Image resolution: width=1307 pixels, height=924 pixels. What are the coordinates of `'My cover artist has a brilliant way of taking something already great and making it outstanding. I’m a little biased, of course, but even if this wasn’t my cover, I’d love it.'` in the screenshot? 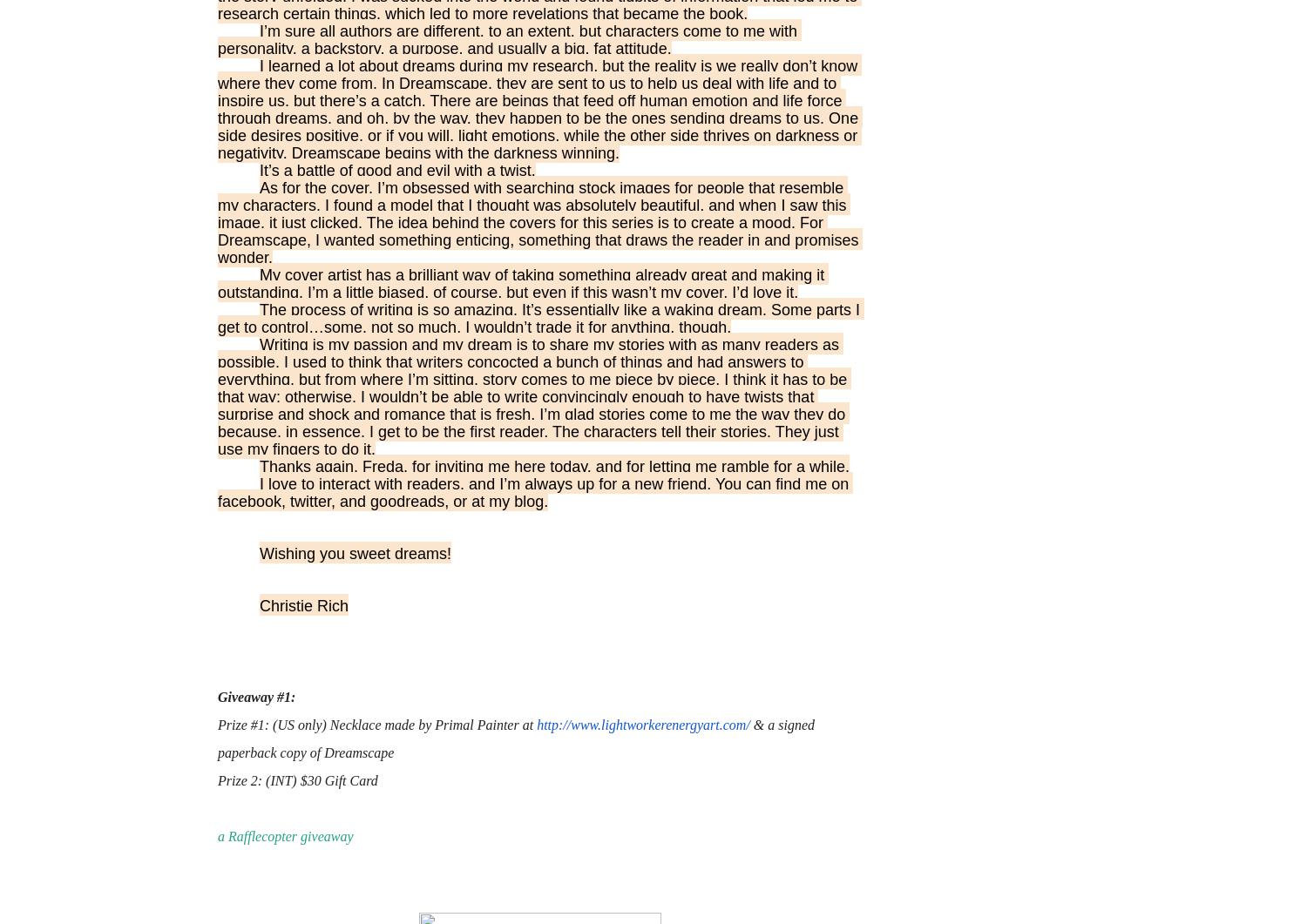 It's located at (218, 283).